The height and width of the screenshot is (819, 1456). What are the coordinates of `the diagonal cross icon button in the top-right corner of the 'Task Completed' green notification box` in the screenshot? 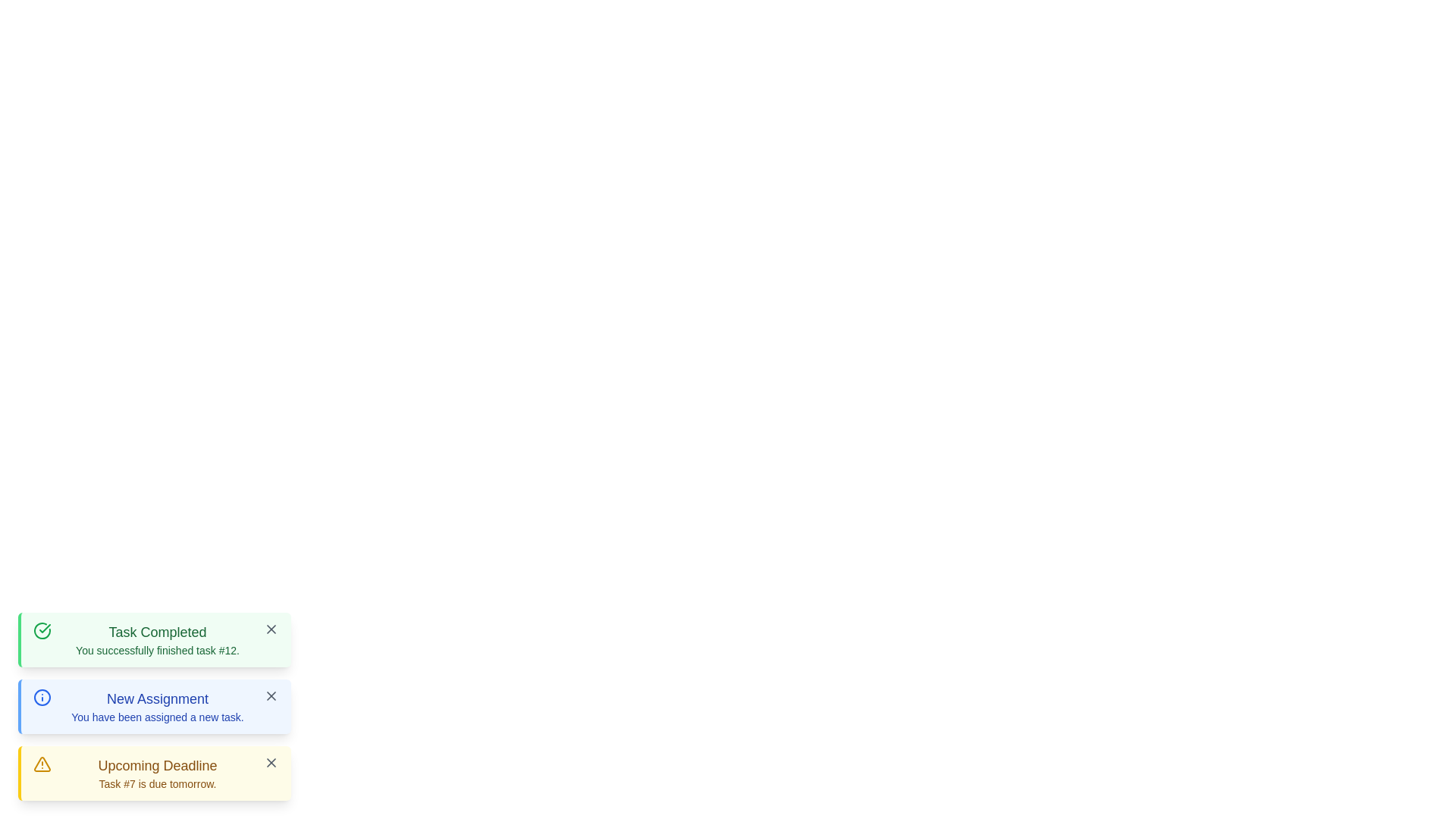 It's located at (271, 629).